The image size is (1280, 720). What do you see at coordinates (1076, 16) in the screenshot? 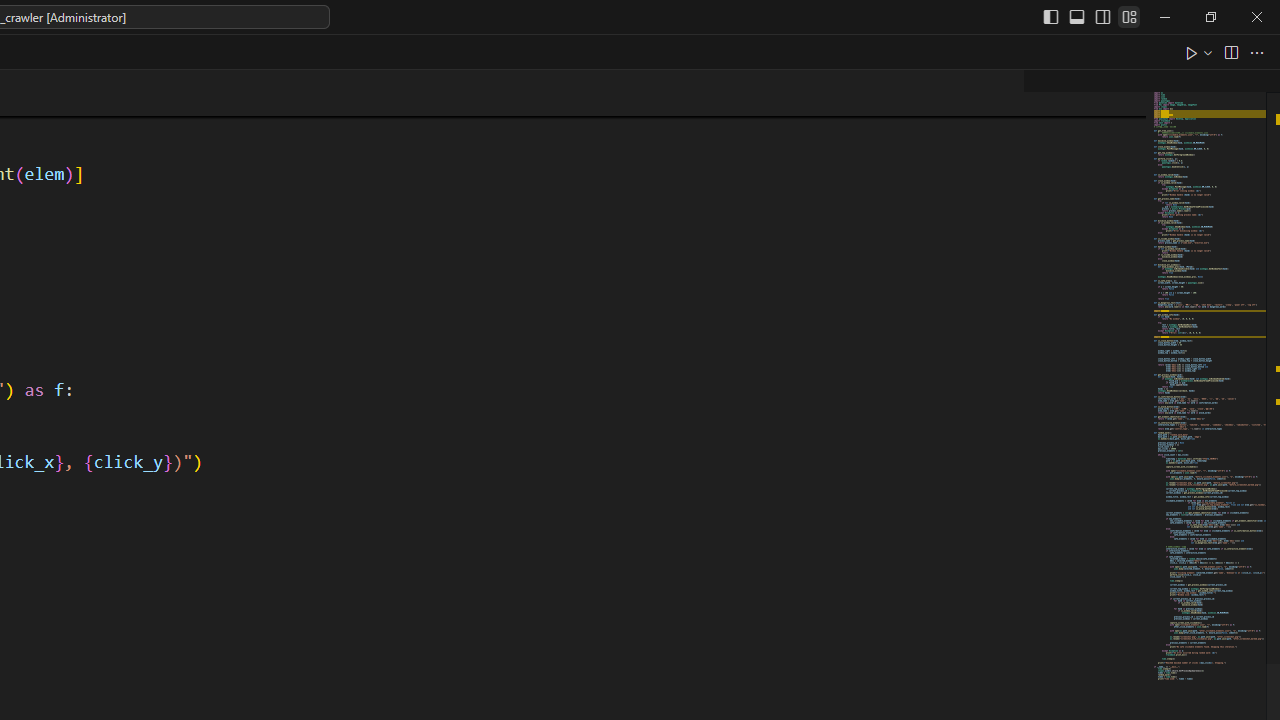
I see `'Toggle Panel (Ctrl+J)'` at bounding box center [1076, 16].